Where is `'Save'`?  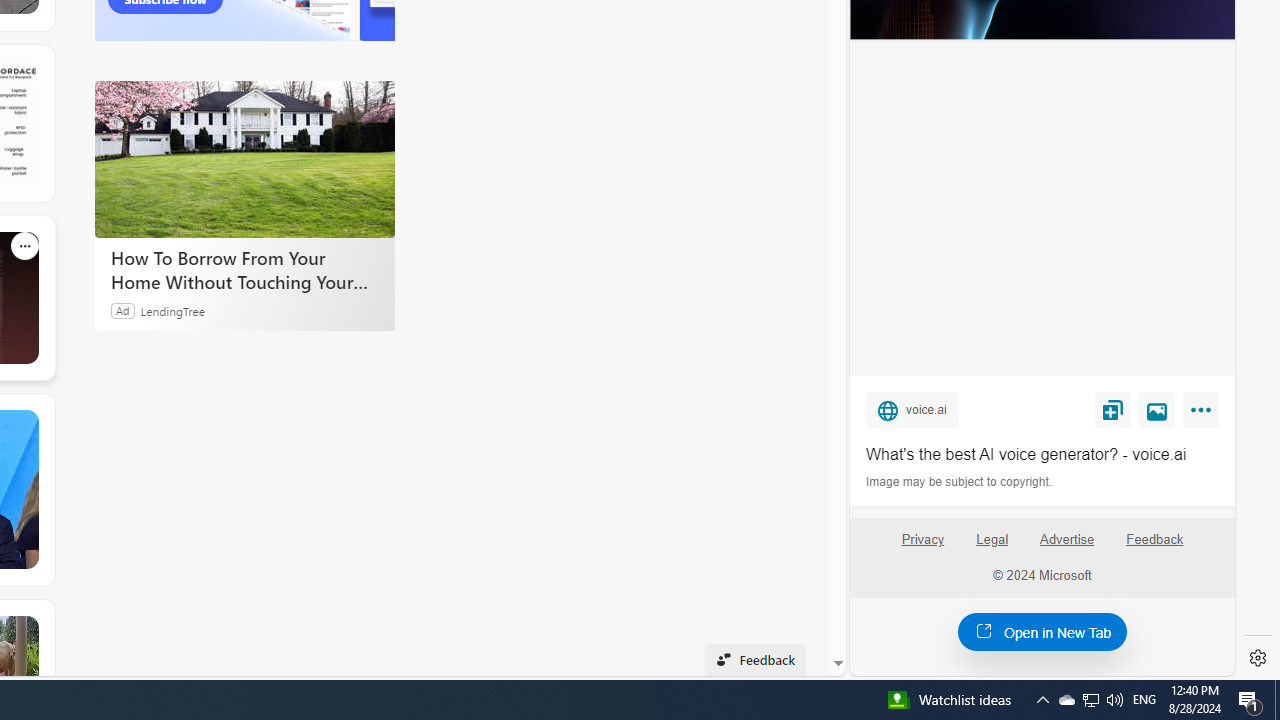
'Save' is located at coordinates (1111, 408).